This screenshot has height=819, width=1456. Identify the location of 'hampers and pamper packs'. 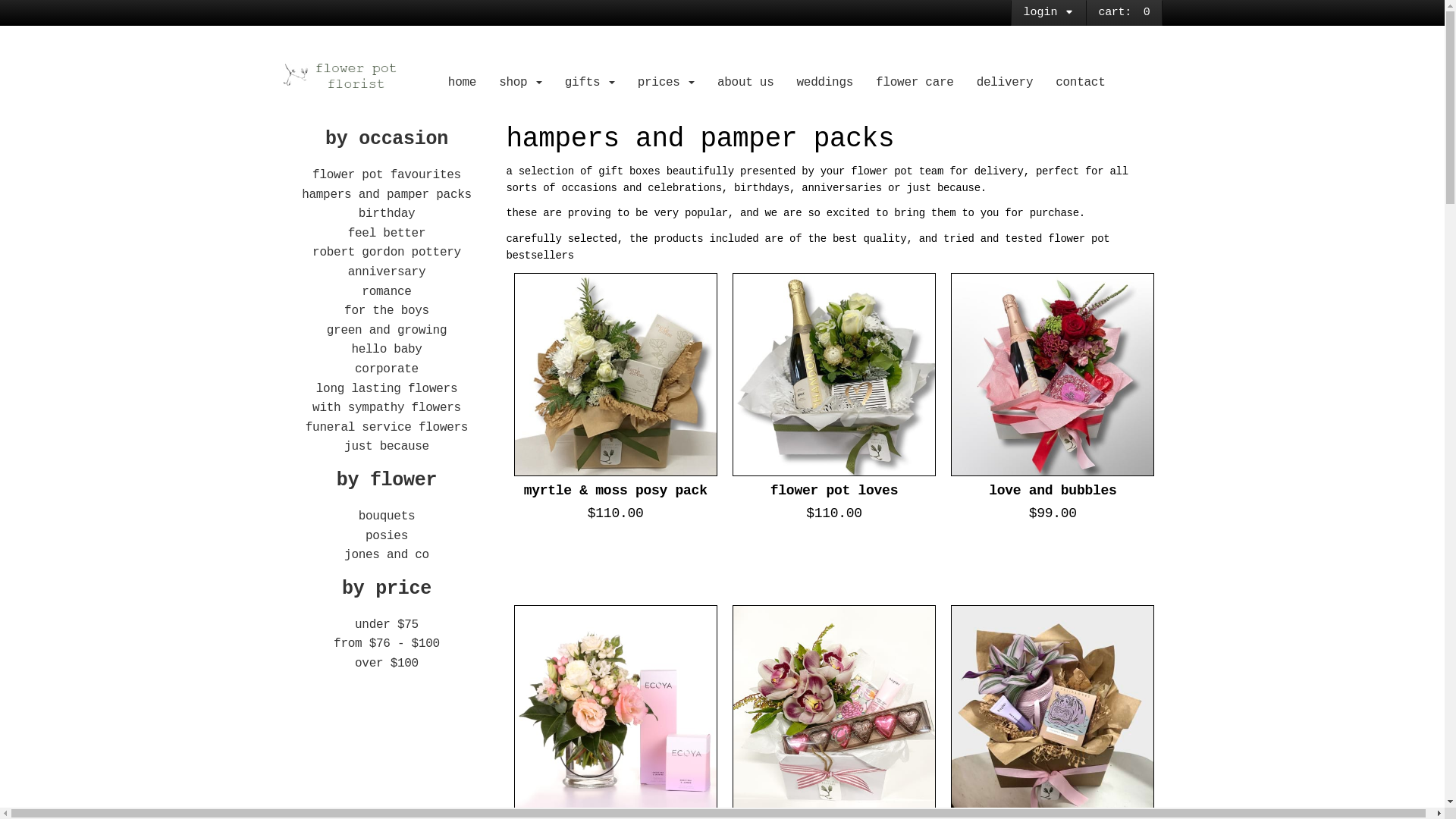
(386, 194).